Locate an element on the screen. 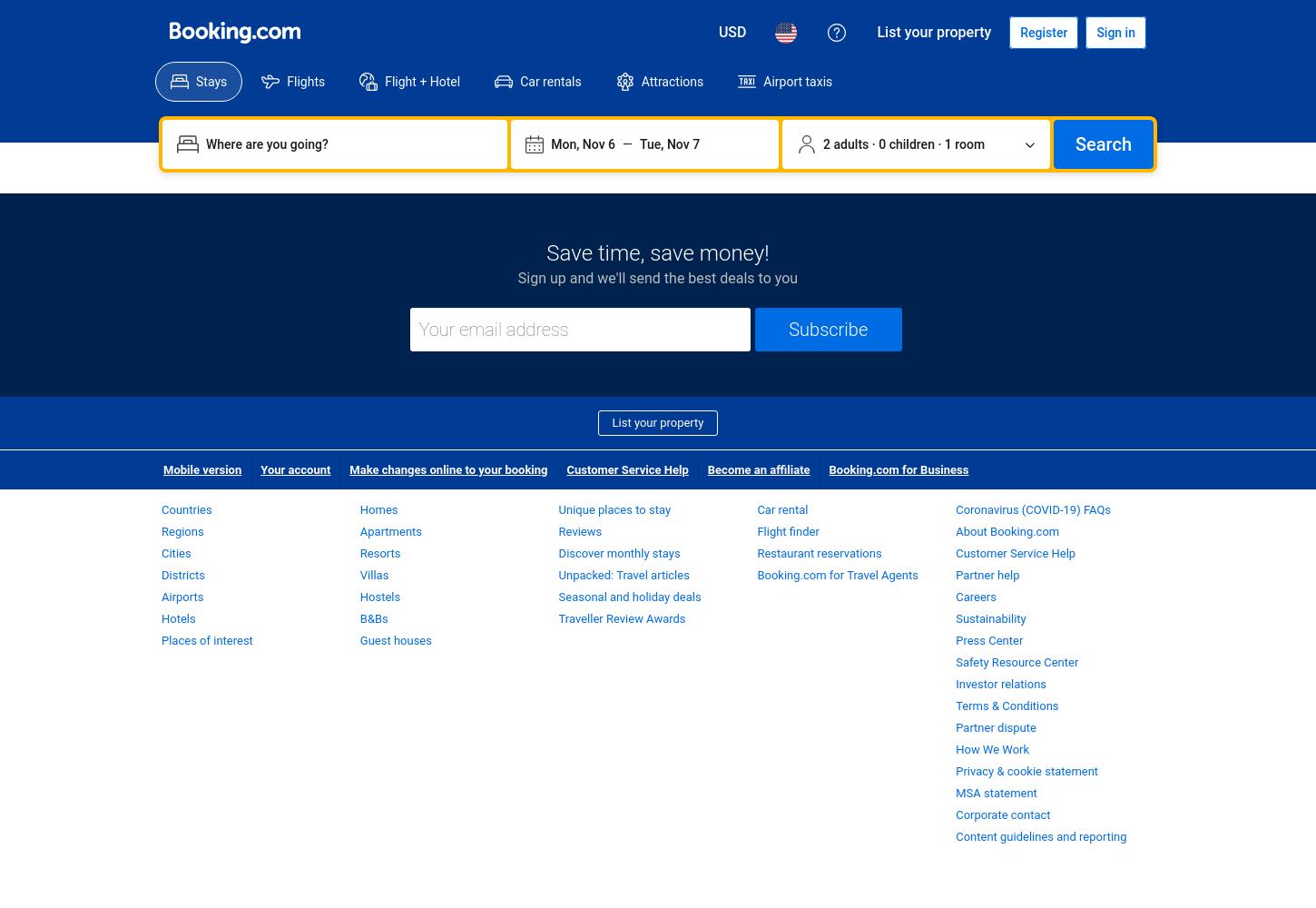  'Partner help' is located at coordinates (955, 575).